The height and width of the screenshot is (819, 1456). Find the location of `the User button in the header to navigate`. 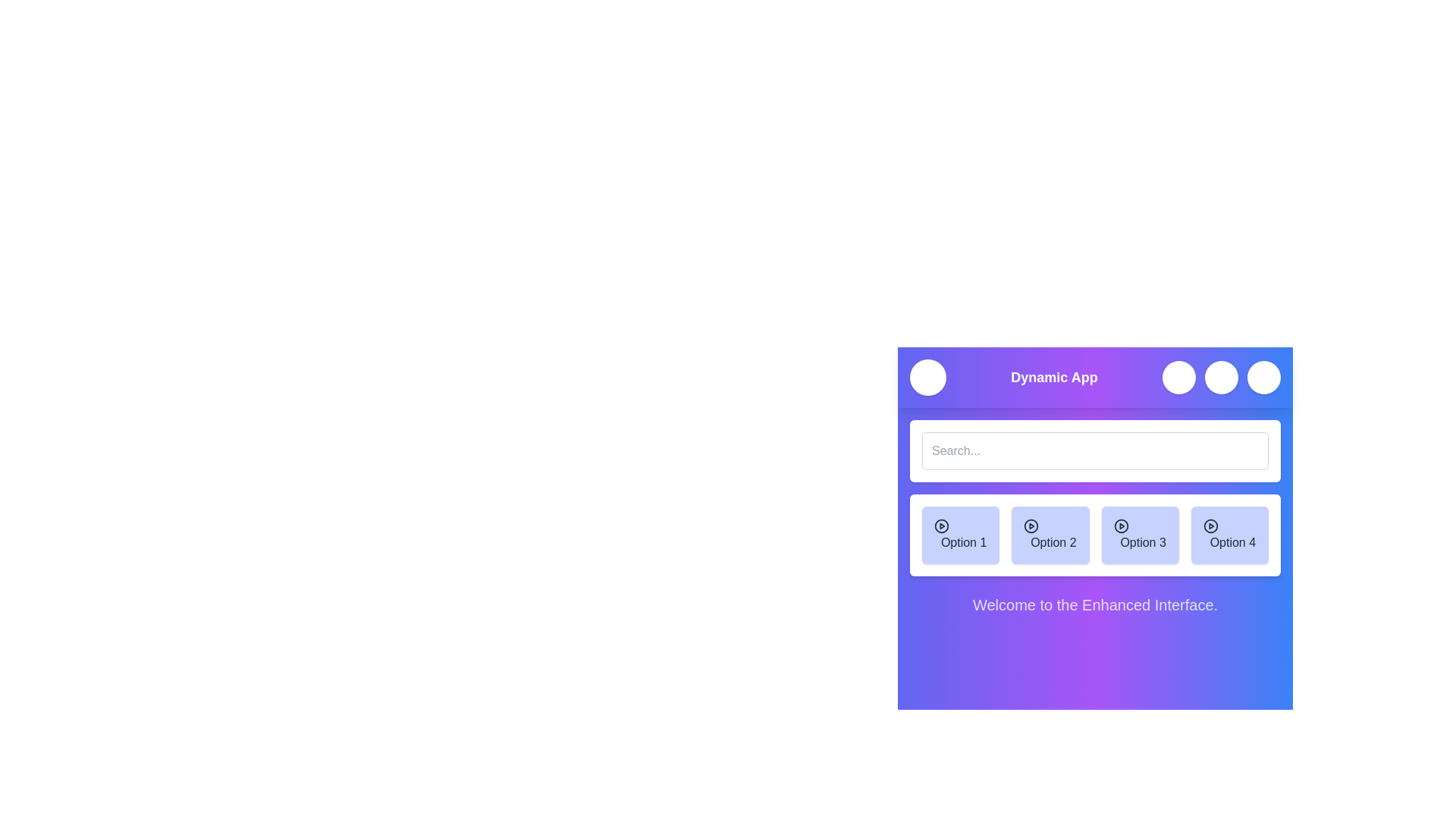

the User button in the header to navigate is located at coordinates (1263, 376).